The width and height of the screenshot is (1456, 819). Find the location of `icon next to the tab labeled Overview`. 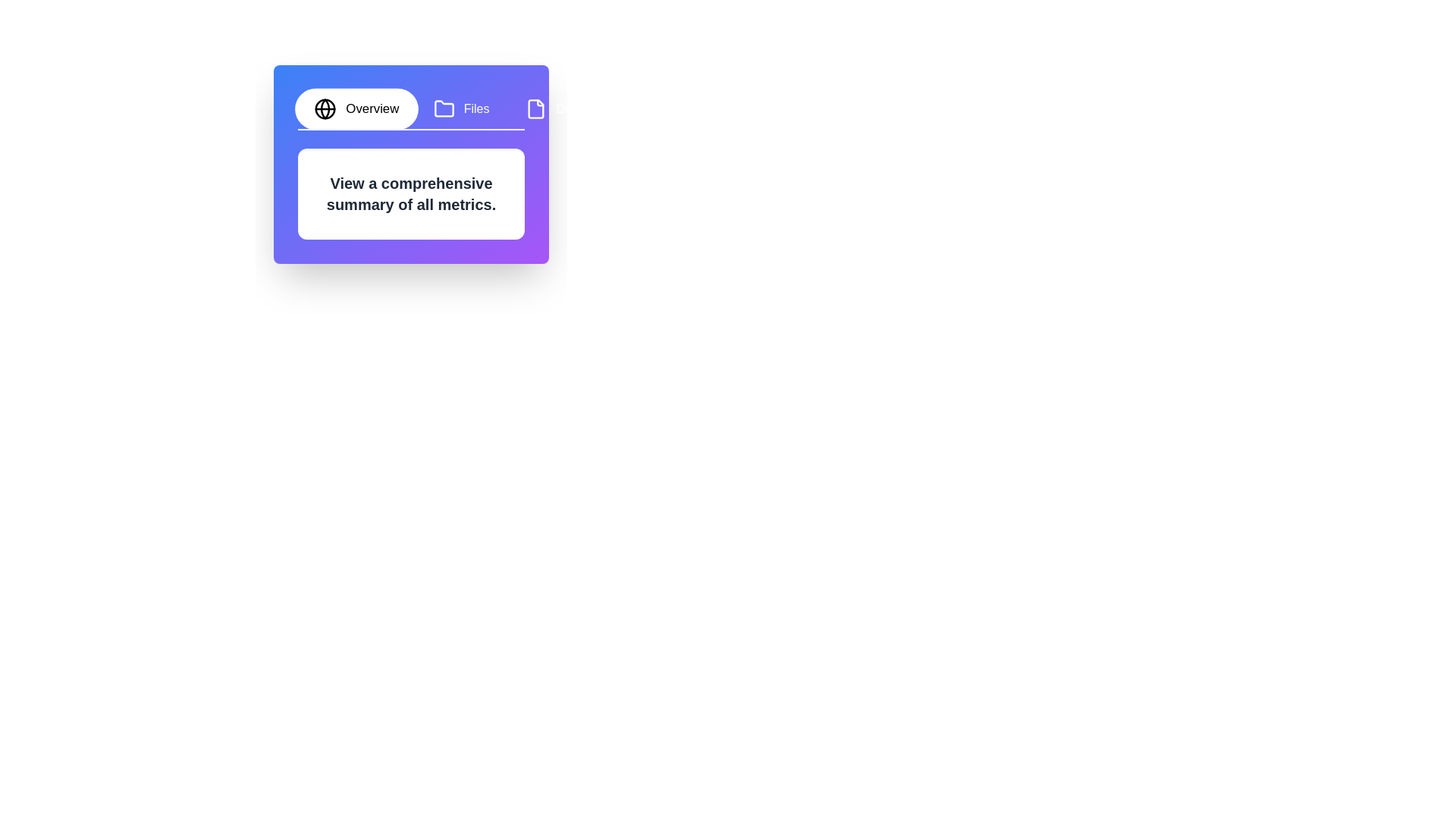

icon next to the tab labeled Overview is located at coordinates (325, 108).